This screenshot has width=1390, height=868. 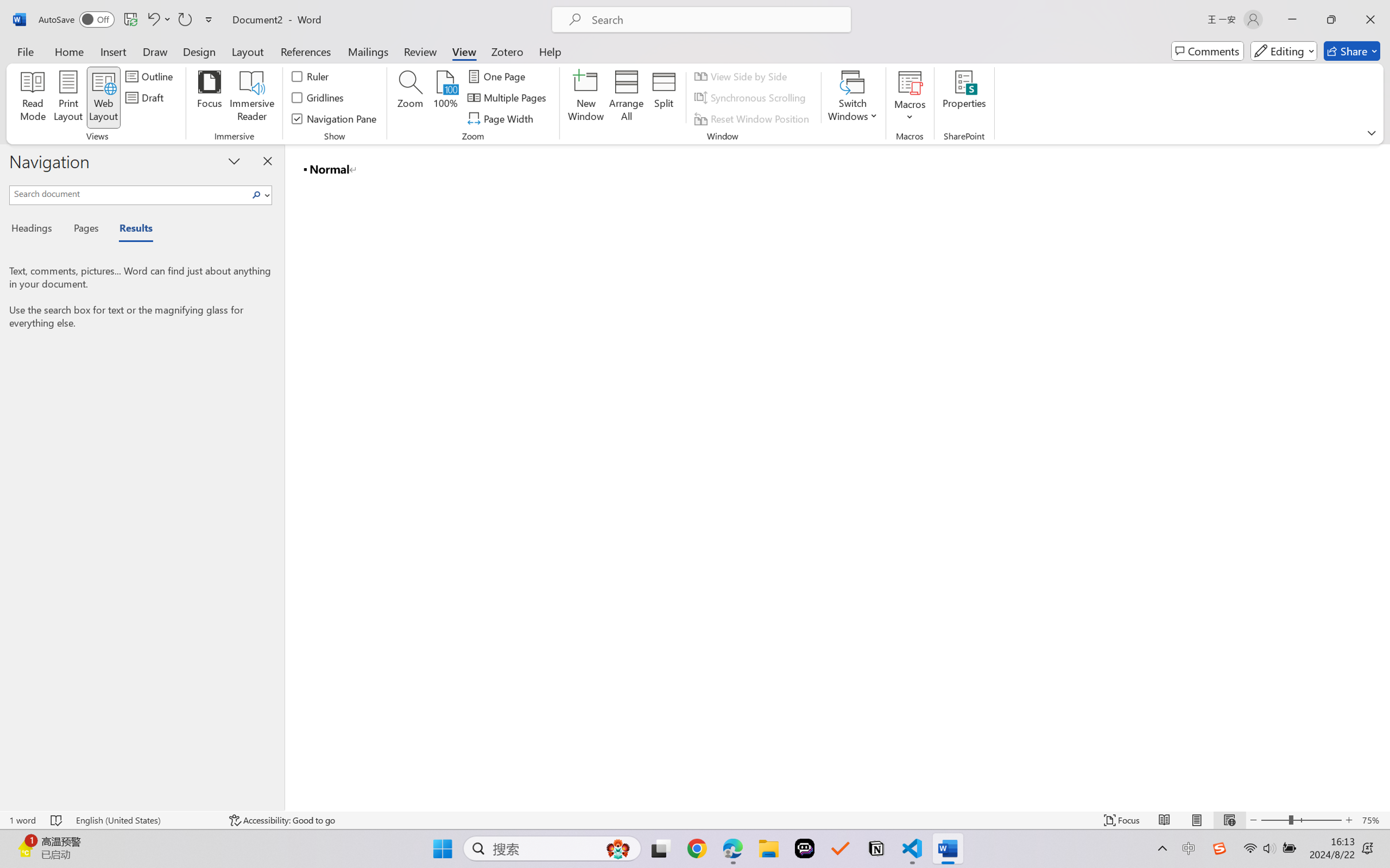 What do you see at coordinates (909, 82) in the screenshot?
I see `'View Macros'` at bounding box center [909, 82].